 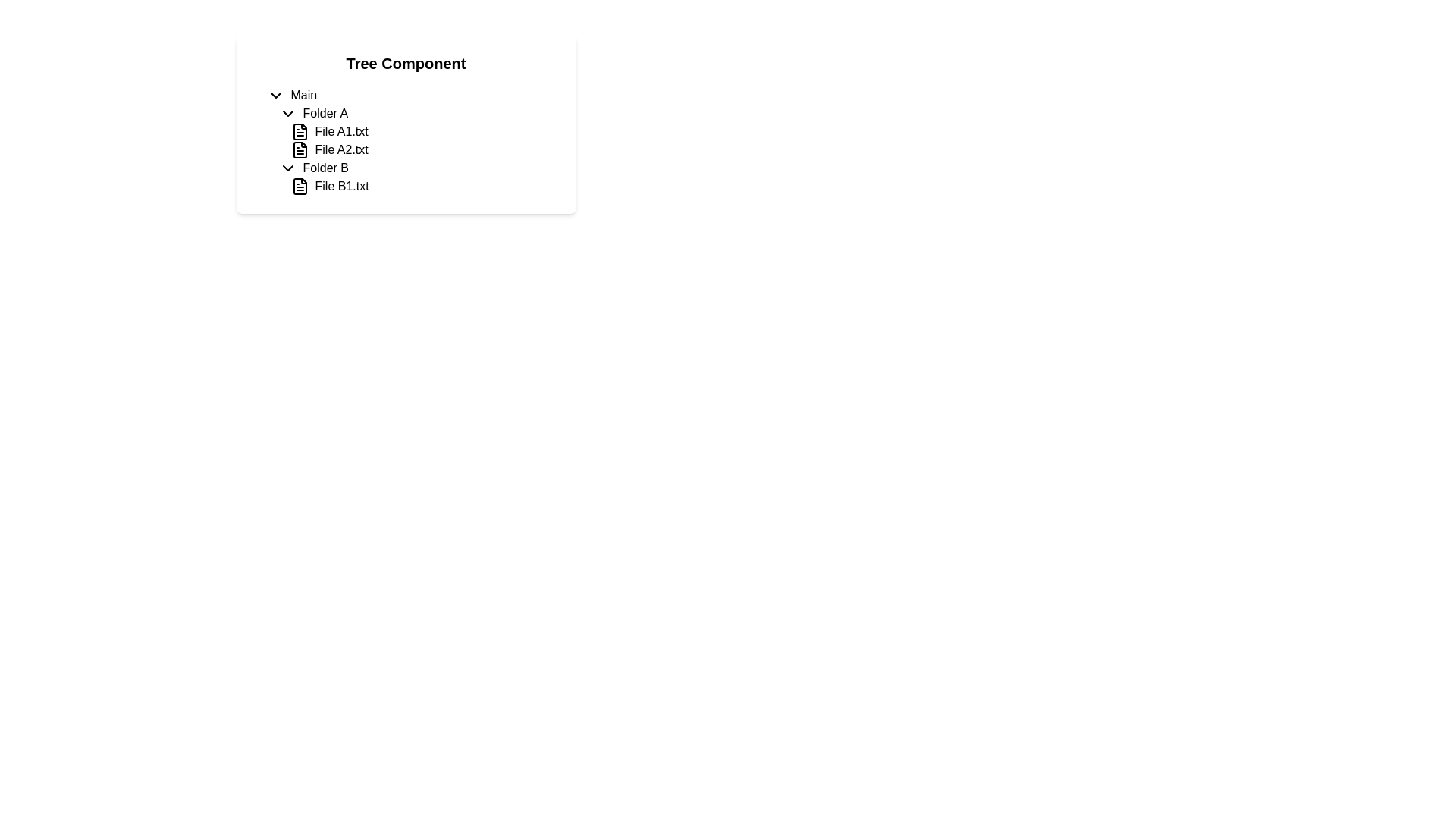 I want to click on the 'Folder A' text label, which is bolded and aligned horizontally next to a chevron icon in a tree view layout, so click(x=325, y=113).